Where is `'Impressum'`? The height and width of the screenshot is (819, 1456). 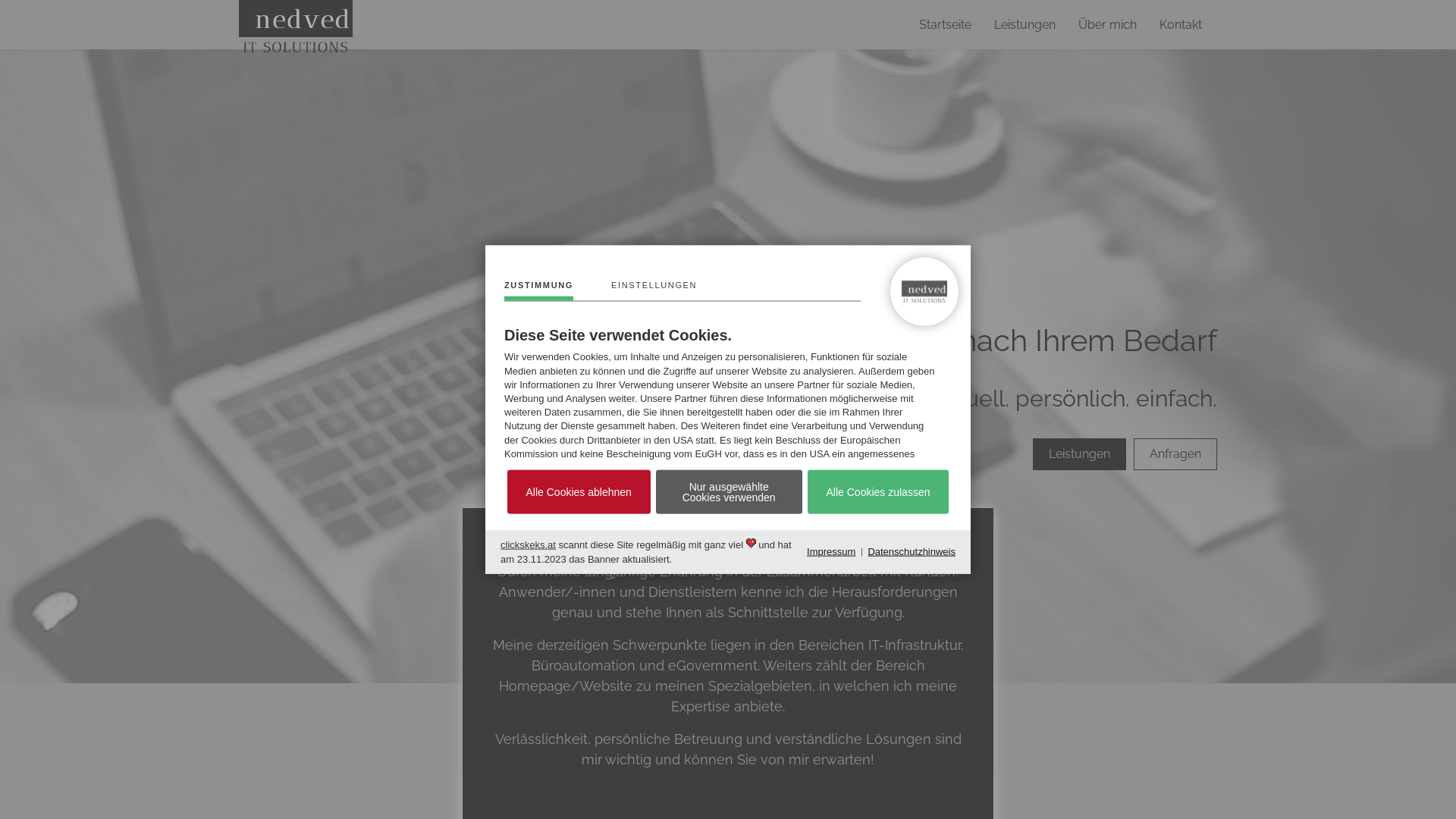 'Impressum' is located at coordinates (806, 552).